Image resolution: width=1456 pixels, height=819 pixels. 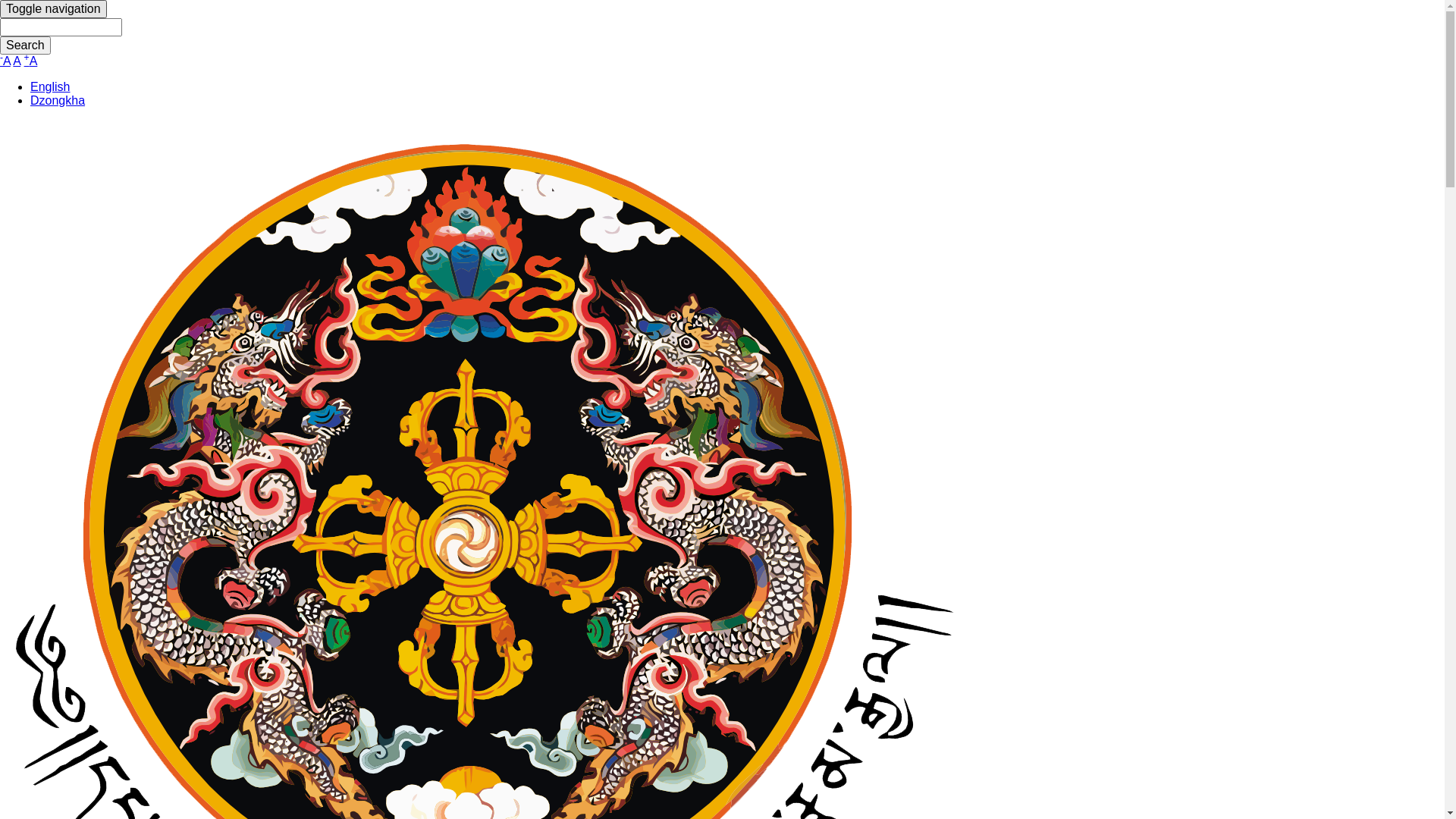 I want to click on 'Dzongkha', so click(x=58, y=100).